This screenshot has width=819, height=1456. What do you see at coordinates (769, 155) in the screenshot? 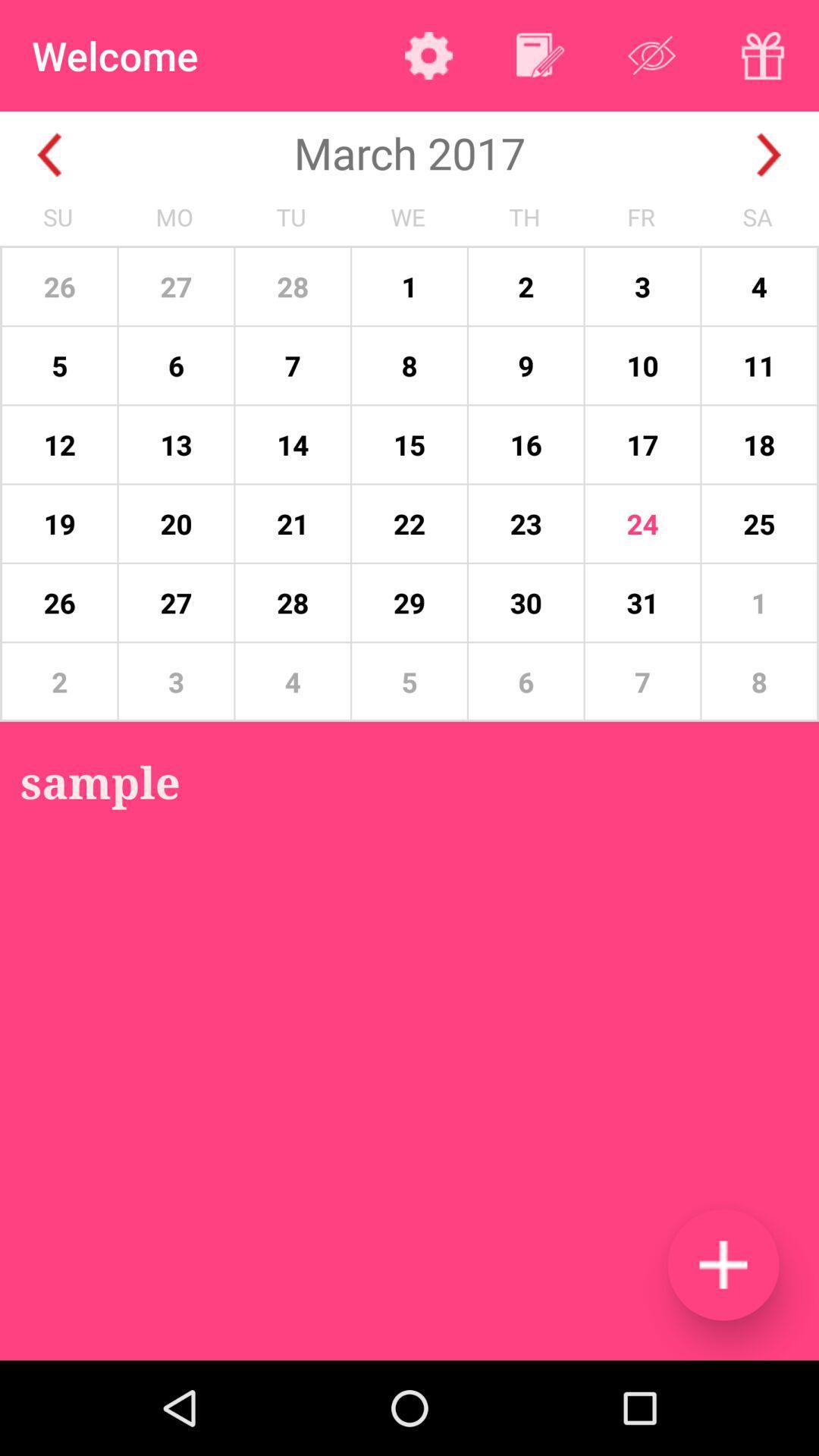
I see `this will take you to the next month` at bounding box center [769, 155].